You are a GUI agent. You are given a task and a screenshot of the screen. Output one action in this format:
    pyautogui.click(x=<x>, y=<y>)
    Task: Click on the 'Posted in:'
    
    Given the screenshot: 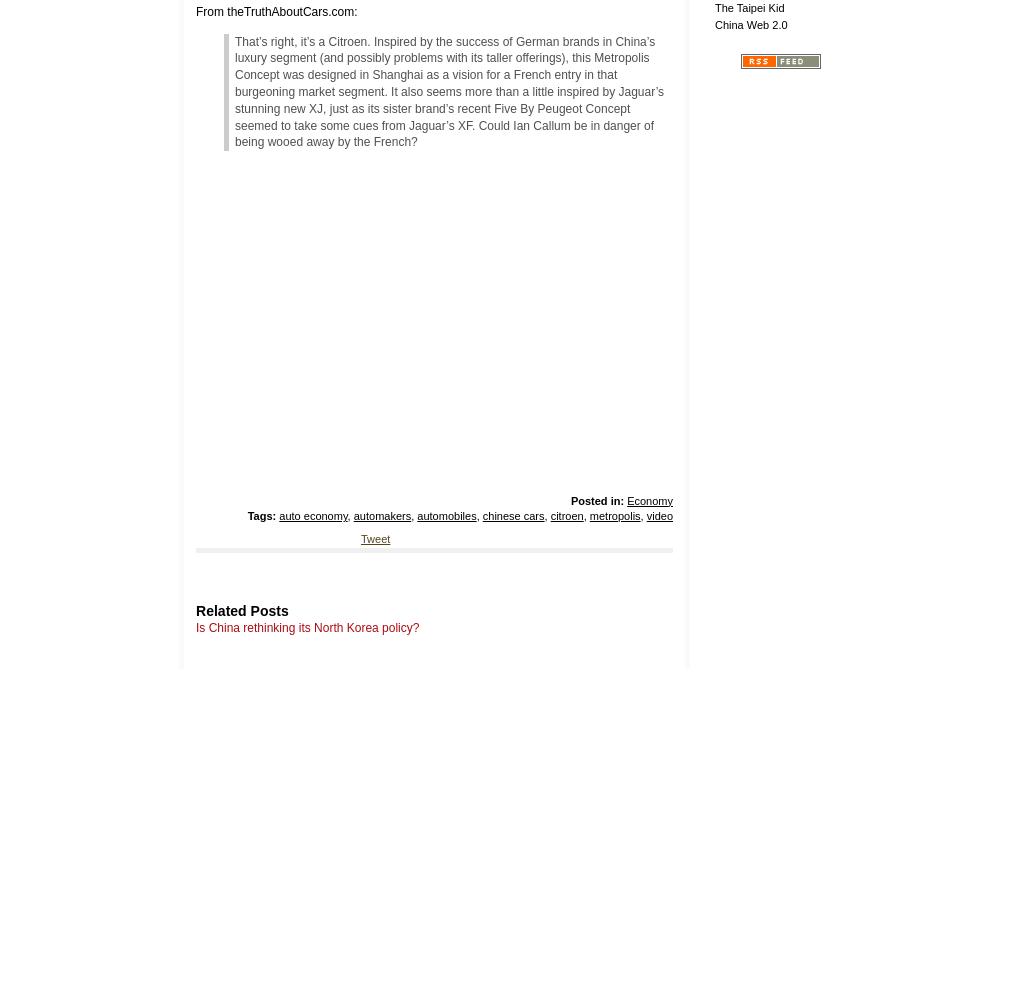 What is the action you would take?
    pyautogui.click(x=597, y=500)
    